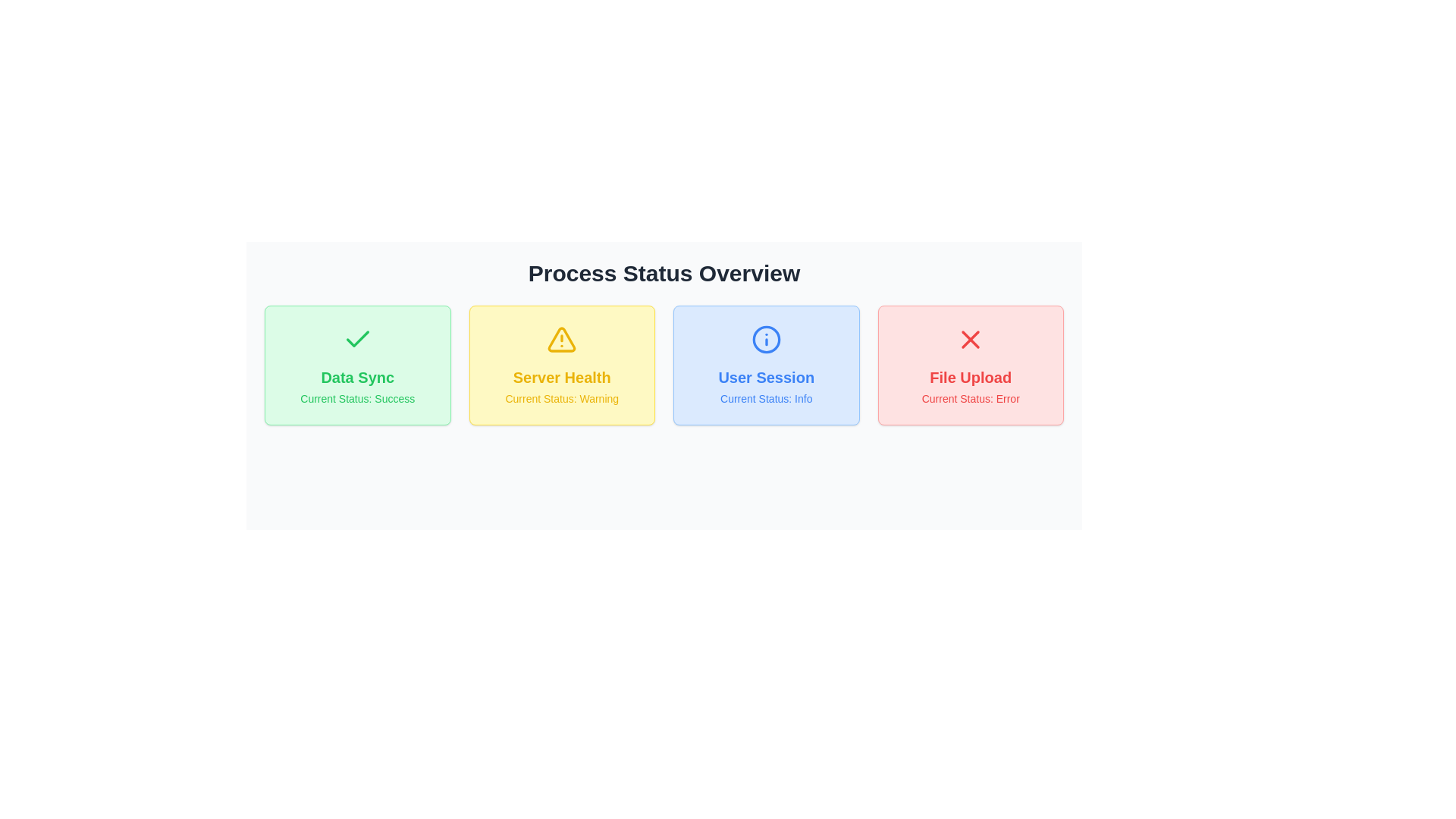 Image resolution: width=1456 pixels, height=819 pixels. Describe the element at coordinates (561, 338) in the screenshot. I see `the triangular warning symbol icon located in the 'Server Health' section under the 'Process Status Overview' header` at that location.